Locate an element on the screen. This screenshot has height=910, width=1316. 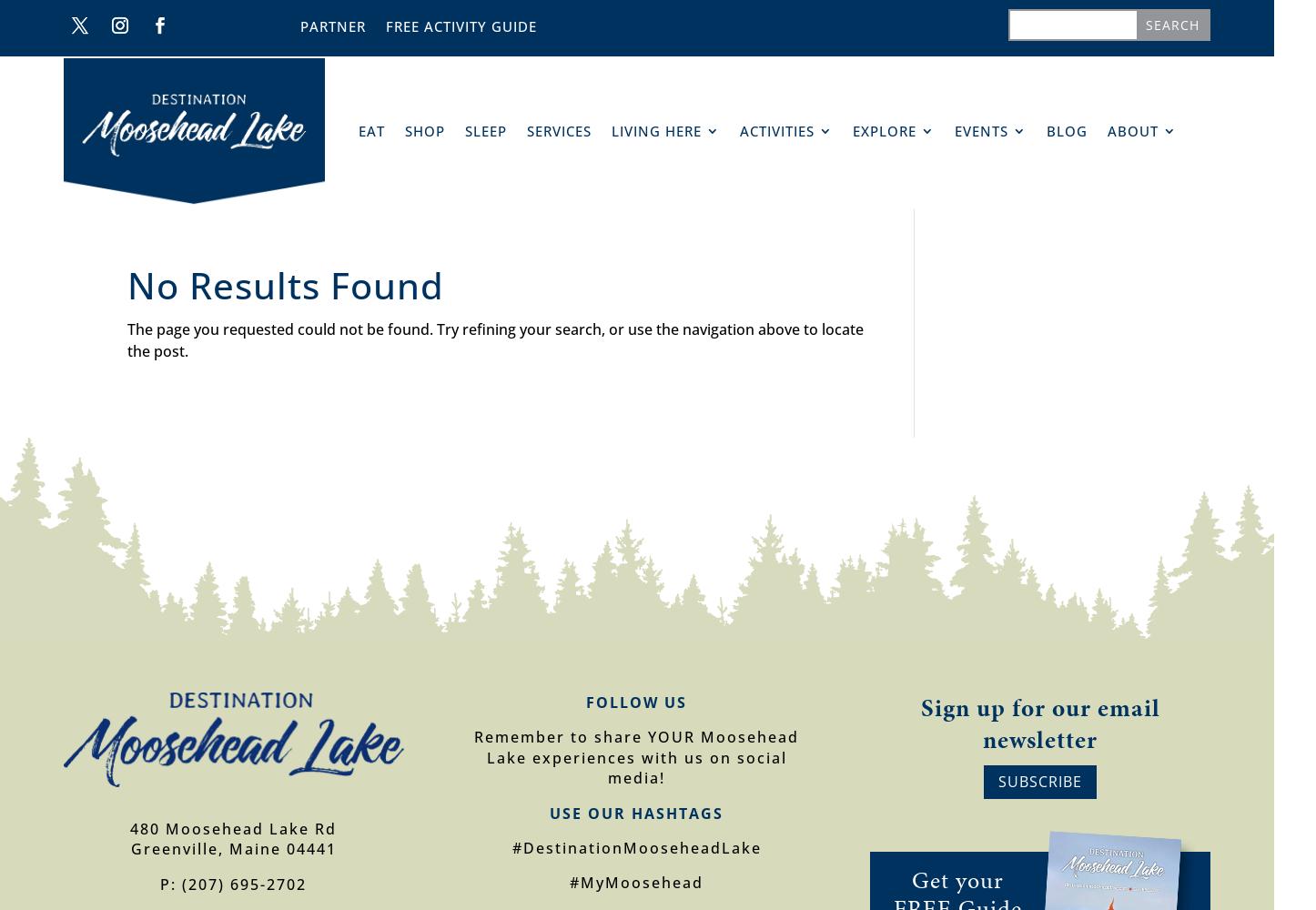
'SEASONS' is located at coordinates (699, 181).